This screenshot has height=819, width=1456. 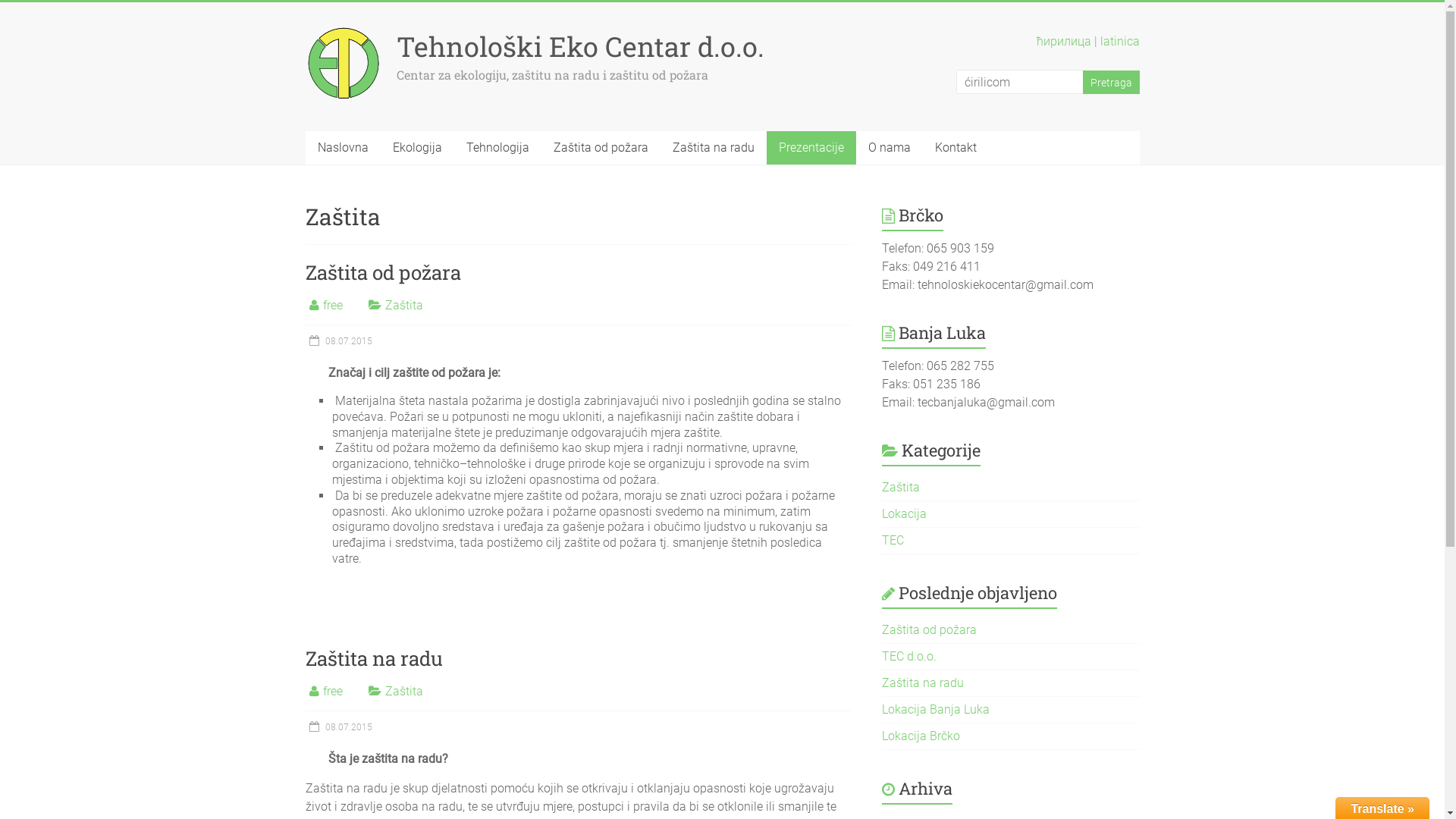 What do you see at coordinates (954, 148) in the screenshot?
I see `'Kontakt'` at bounding box center [954, 148].